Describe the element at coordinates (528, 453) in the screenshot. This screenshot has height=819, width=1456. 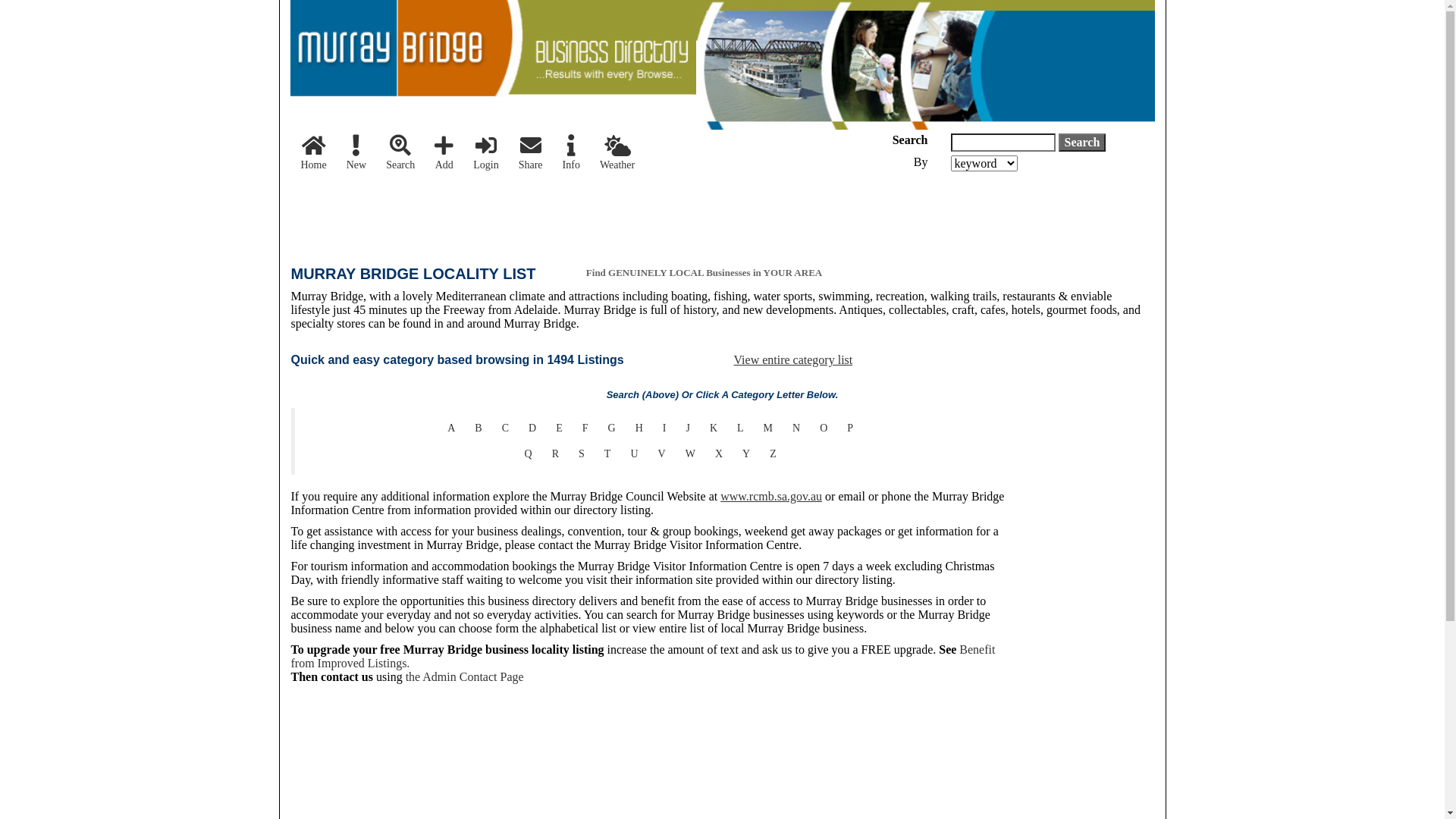
I see `'Q'` at that location.